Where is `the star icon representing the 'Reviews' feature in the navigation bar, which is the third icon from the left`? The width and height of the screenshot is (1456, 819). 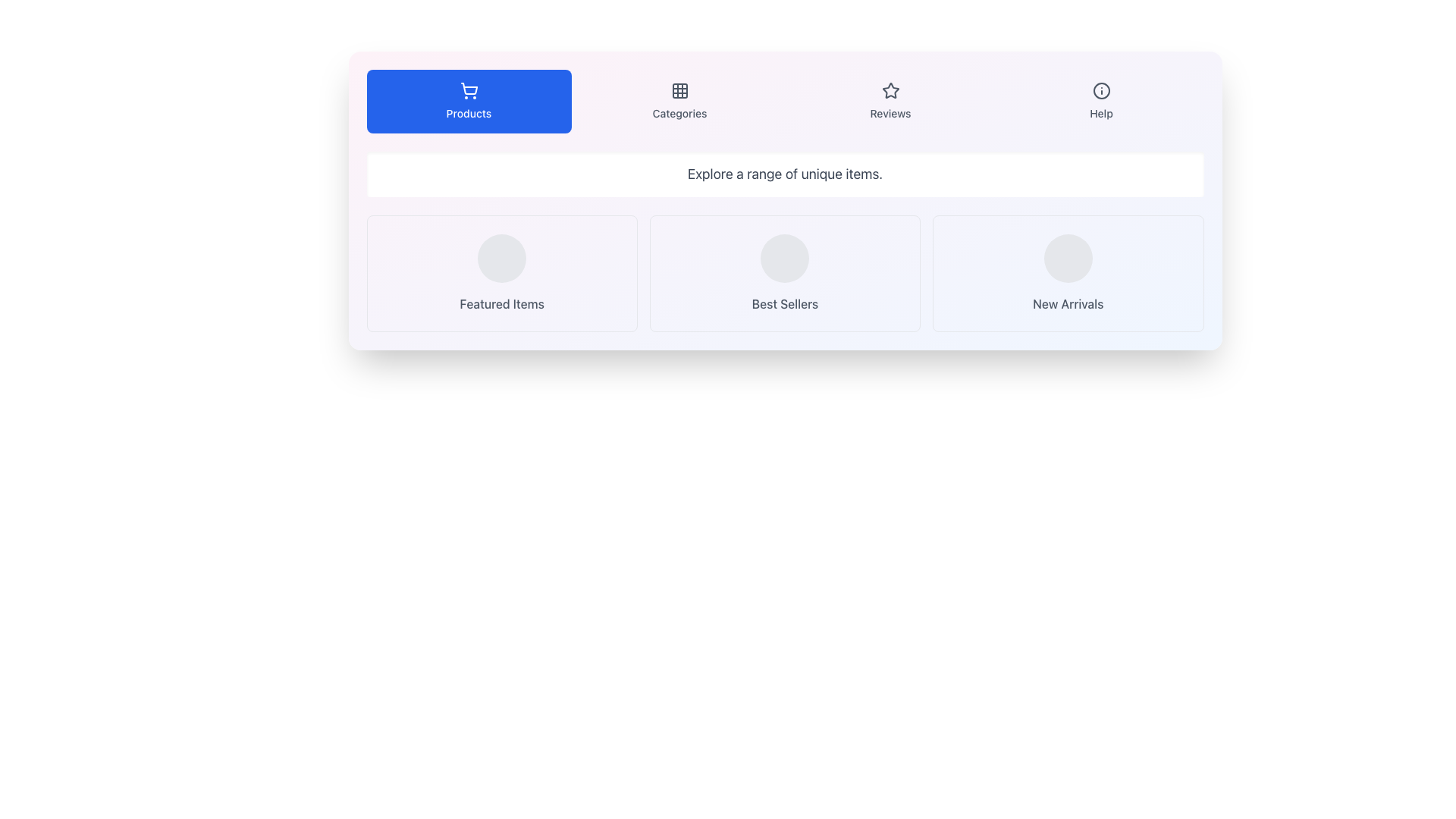
the star icon representing the 'Reviews' feature in the navigation bar, which is the third icon from the left is located at coordinates (890, 90).